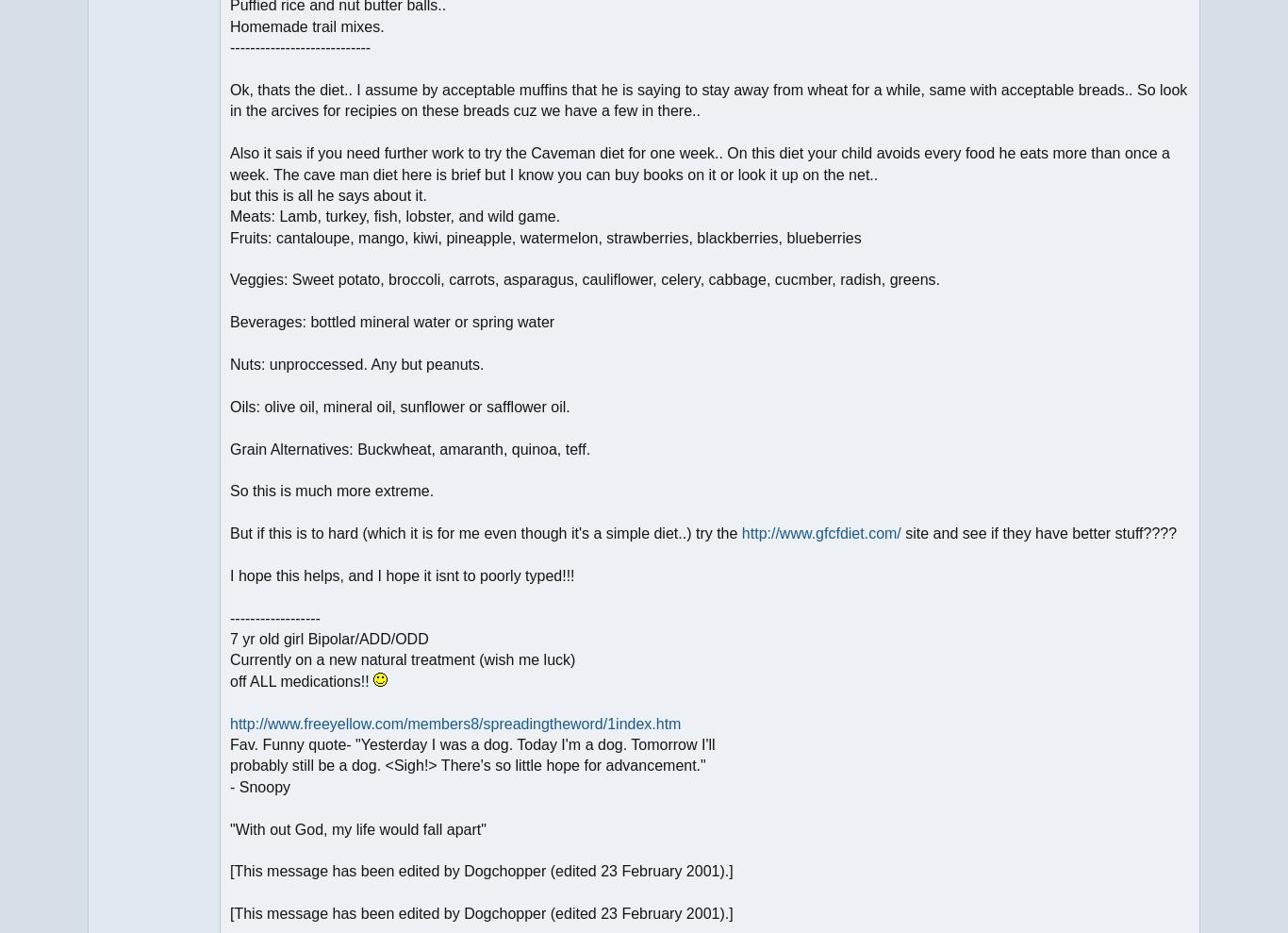 Image resolution: width=1288 pixels, height=933 pixels. Describe the element at coordinates (259, 786) in the screenshot. I see `'- Snoopy'` at that location.